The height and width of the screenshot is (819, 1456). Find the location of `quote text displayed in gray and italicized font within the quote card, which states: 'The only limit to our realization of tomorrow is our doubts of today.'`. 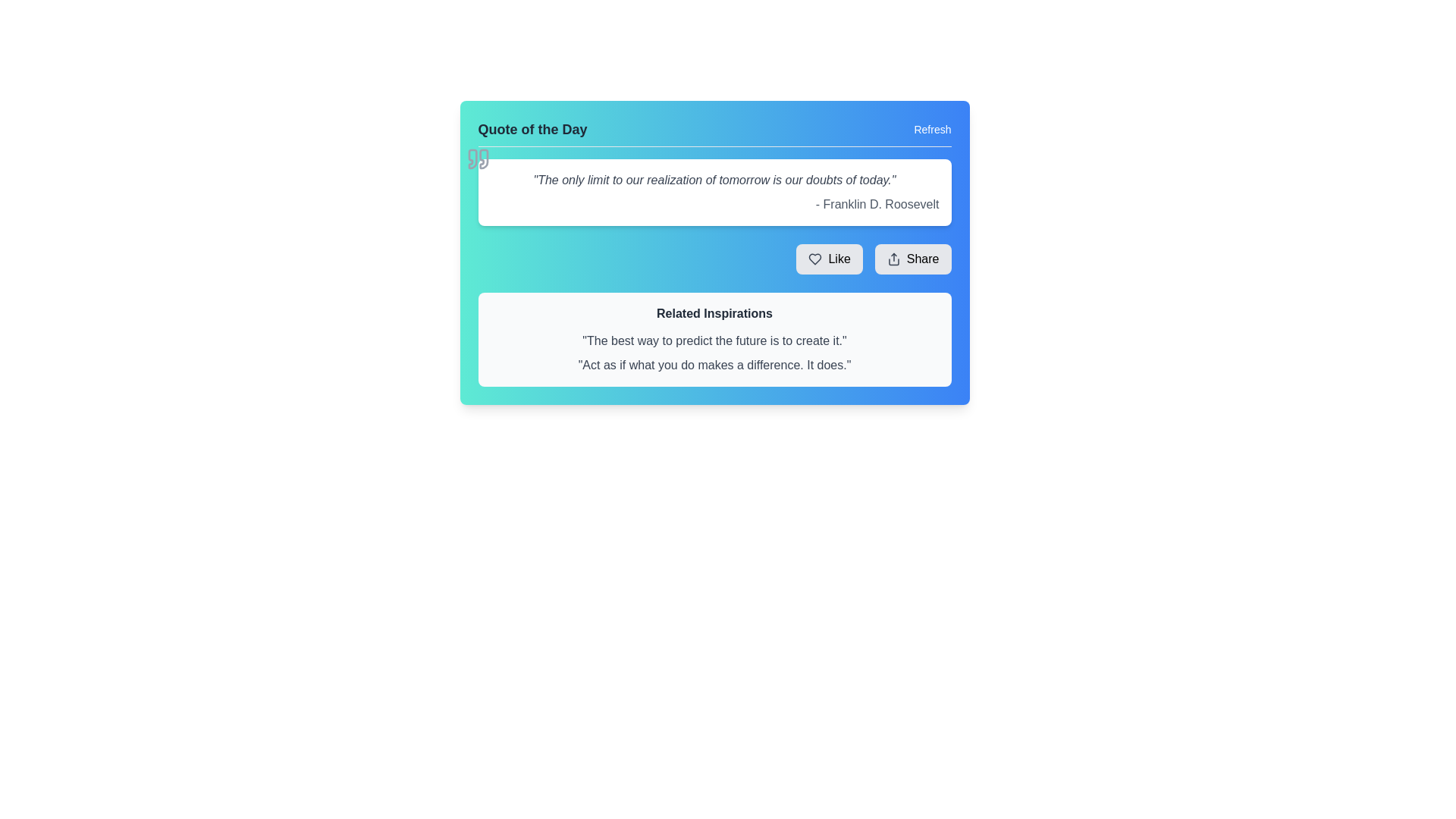

quote text displayed in gray and italicized font within the quote card, which states: 'The only limit to our realization of tomorrow is our doubts of today.' is located at coordinates (714, 180).